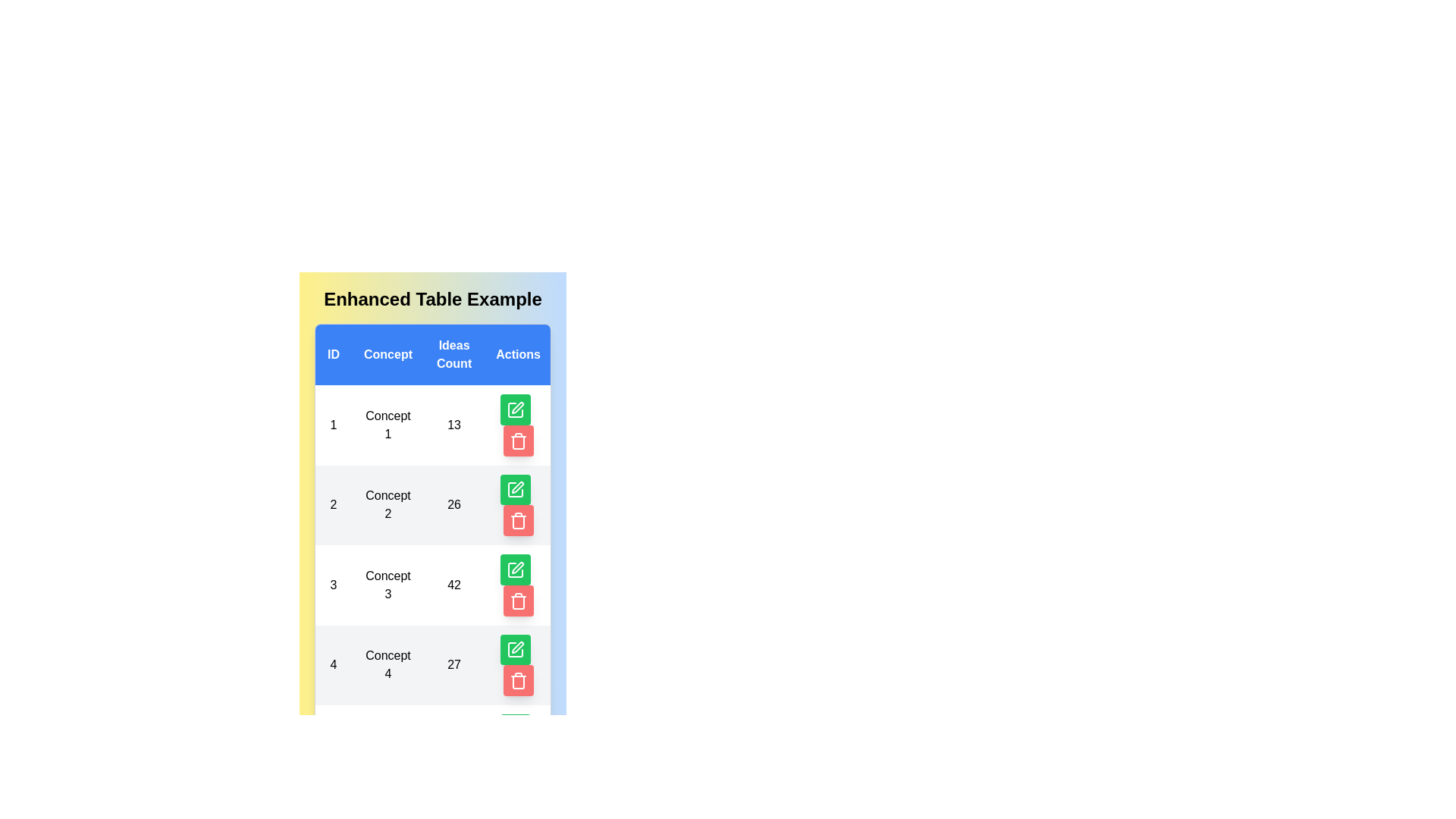  I want to click on the header of the column Actions to sort the table by that column, so click(517, 354).